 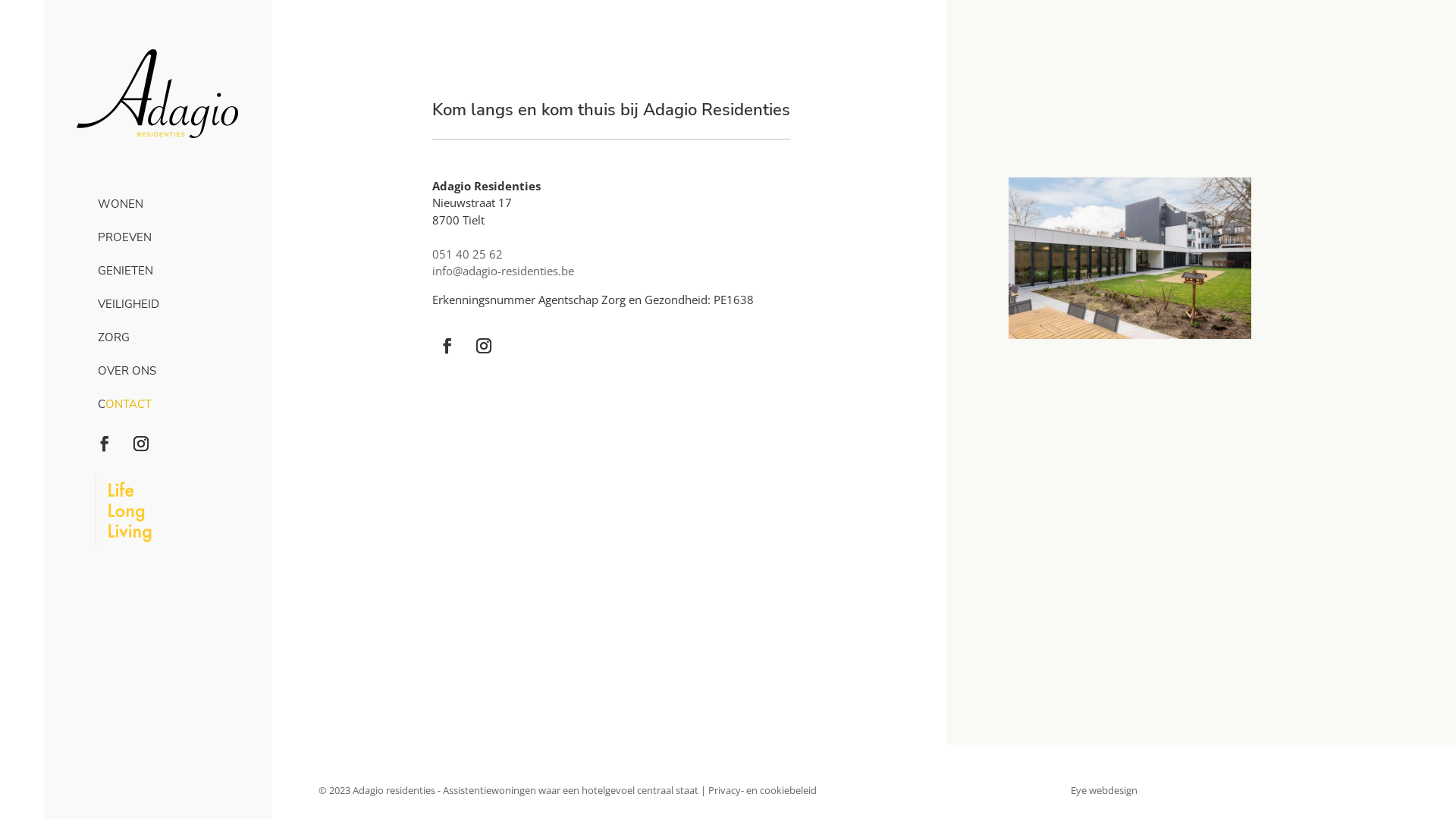 What do you see at coordinates (503, 270) in the screenshot?
I see `'info@adagio-residenties.be'` at bounding box center [503, 270].